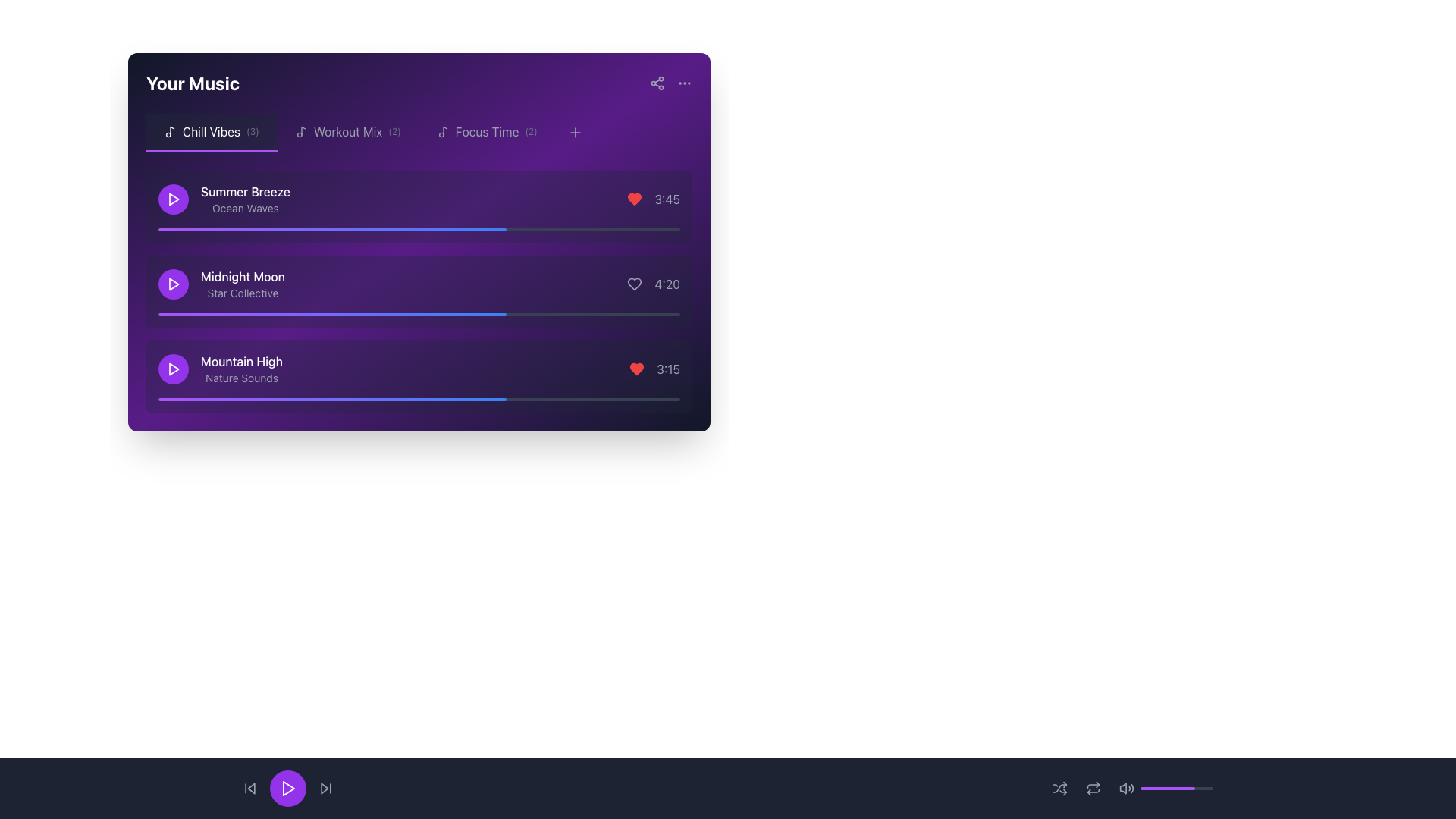 This screenshot has width=1456, height=819. Describe the element at coordinates (223, 198) in the screenshot. I see `the title and subtitle label of the first track in the 'Chill Vibes' music playlist, located next to the play button and aligned with the duration label '3:45'` at that location.